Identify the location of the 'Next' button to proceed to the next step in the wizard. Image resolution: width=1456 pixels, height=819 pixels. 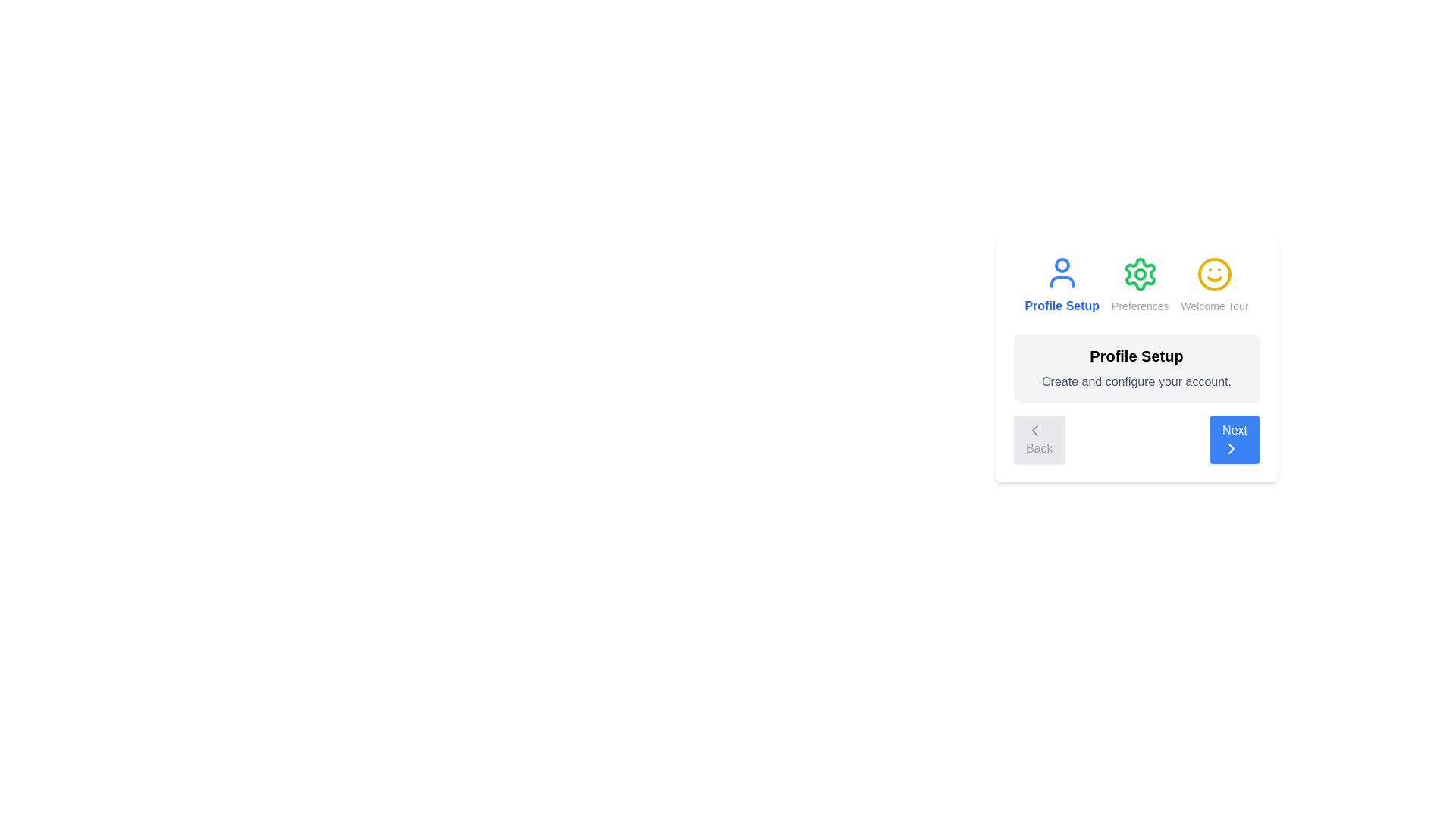
(1234, 439).